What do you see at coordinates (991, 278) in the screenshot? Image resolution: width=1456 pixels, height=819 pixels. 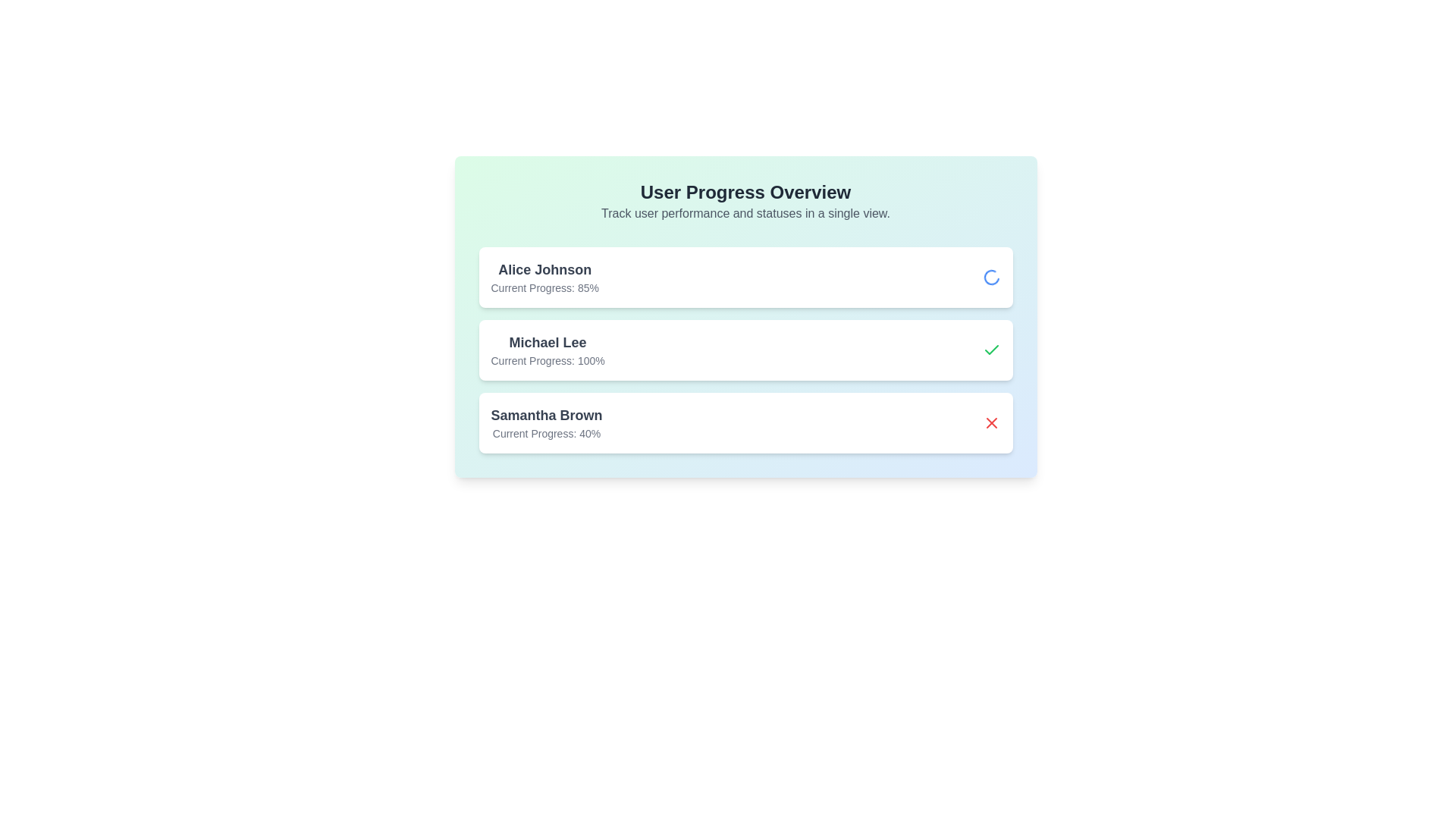 I see `the loading icon located in the top-right corner of the card containing 'Alice Johnson' and 'Current Progress: 85%'` at bounding box center [991, 278].